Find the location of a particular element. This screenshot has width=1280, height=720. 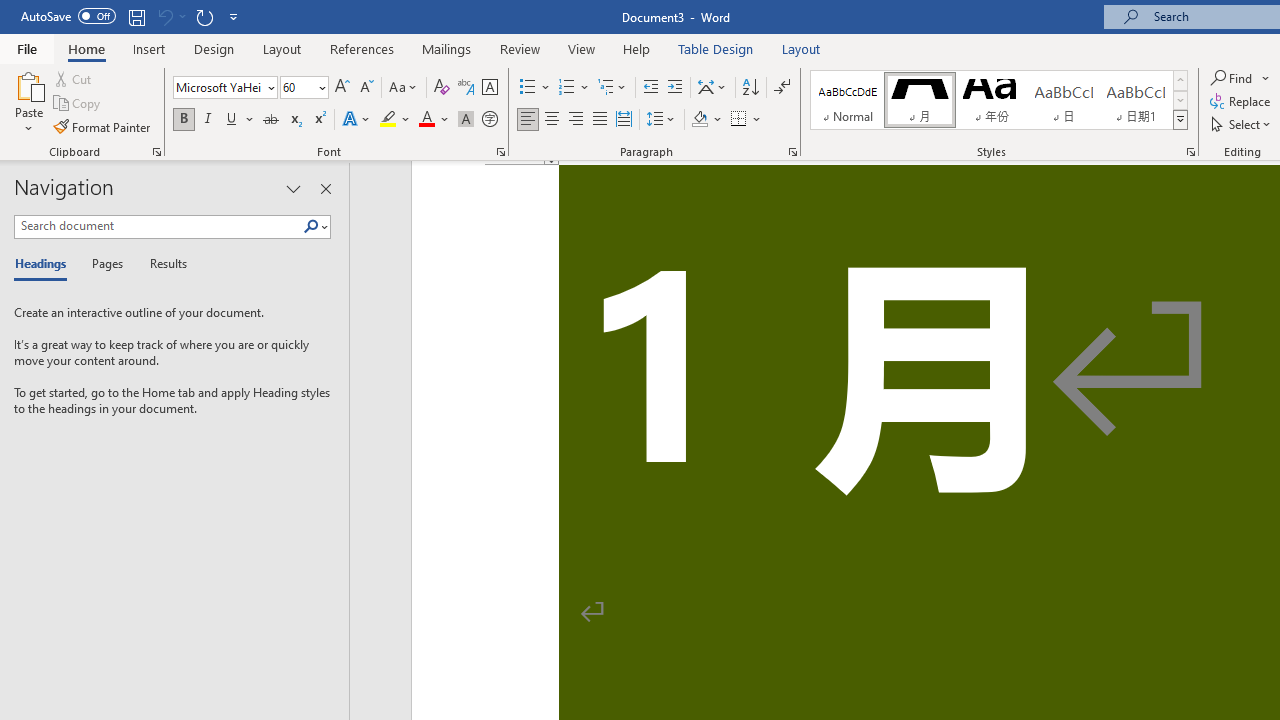

'AutomationID: QuickStylesGallery' is located at coordinates (999, 100).